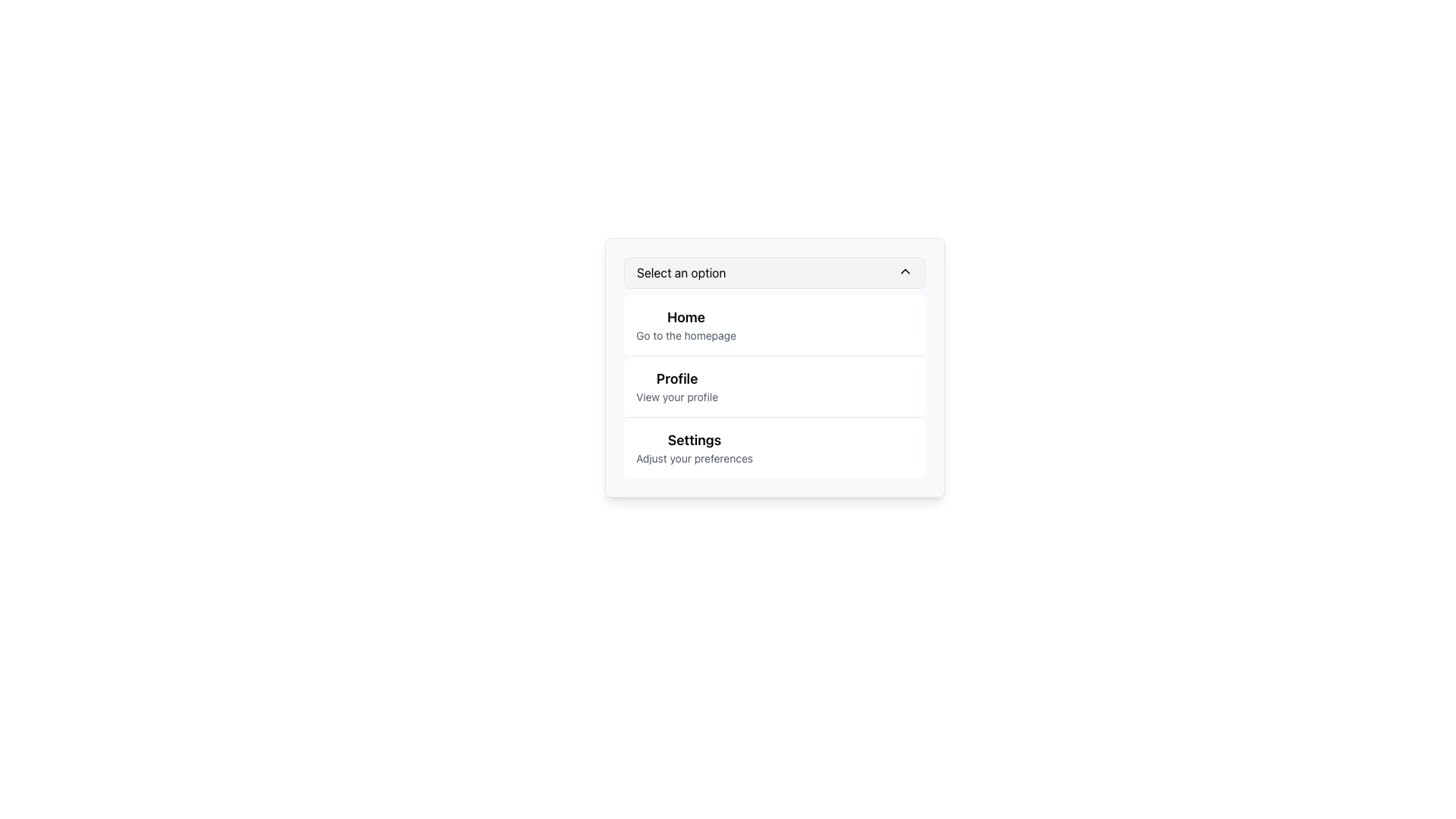  What do you see at coordinates (685, 317) in the screenshot?
I see `the text label indicating the menu option that returns users to the homepage, located under the header 'Select an option'` at bounding box center [685, 317].